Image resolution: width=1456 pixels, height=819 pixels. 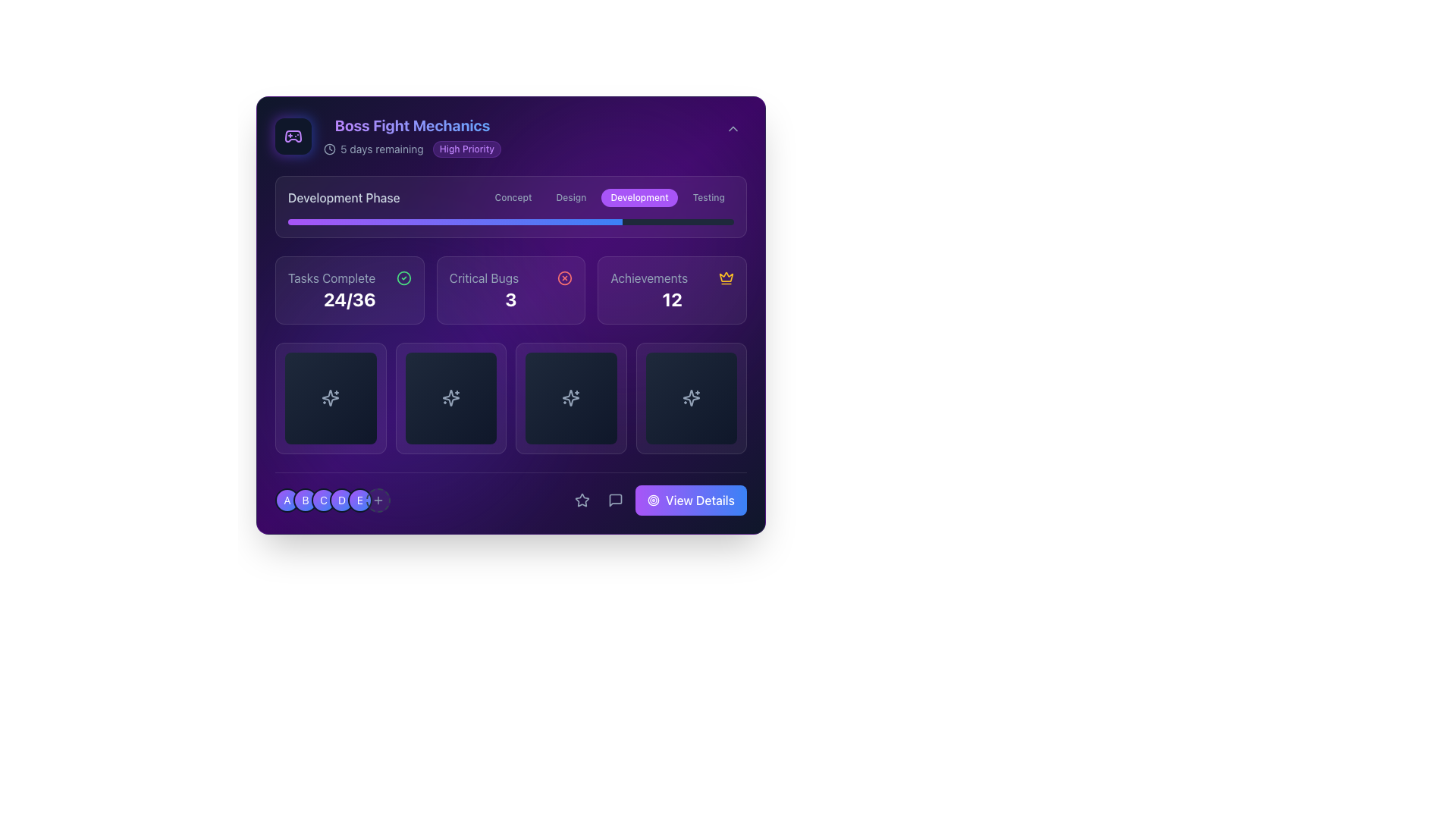 I want to click on the star-shaped icon located in the 'Achievements' section of the dark-themed dashboard interface, which has a hollow appearance and a bright outline, so click(x=582, y=500).